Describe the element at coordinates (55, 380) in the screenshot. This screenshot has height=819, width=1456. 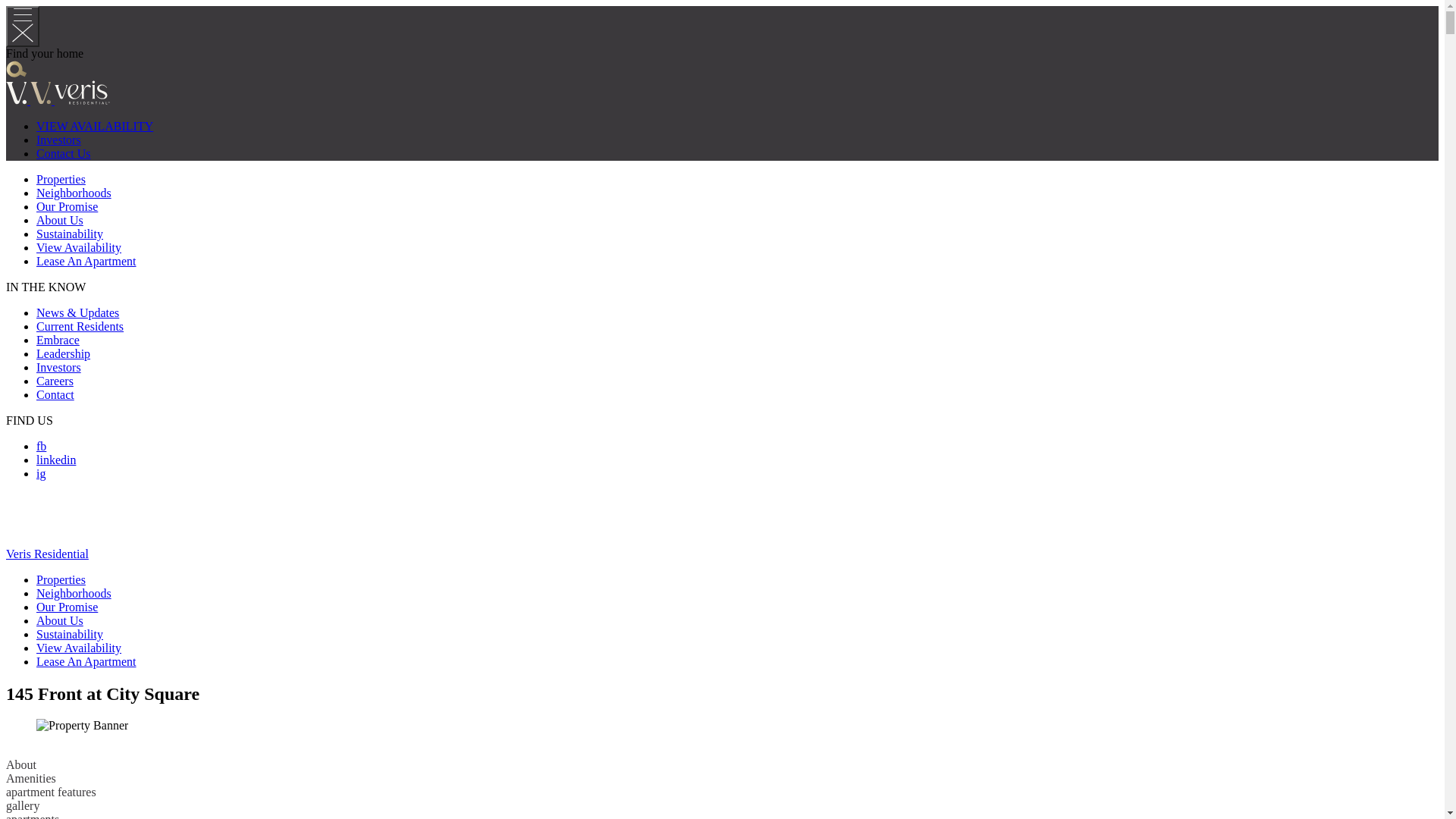
I see `'Careers'` at that location.